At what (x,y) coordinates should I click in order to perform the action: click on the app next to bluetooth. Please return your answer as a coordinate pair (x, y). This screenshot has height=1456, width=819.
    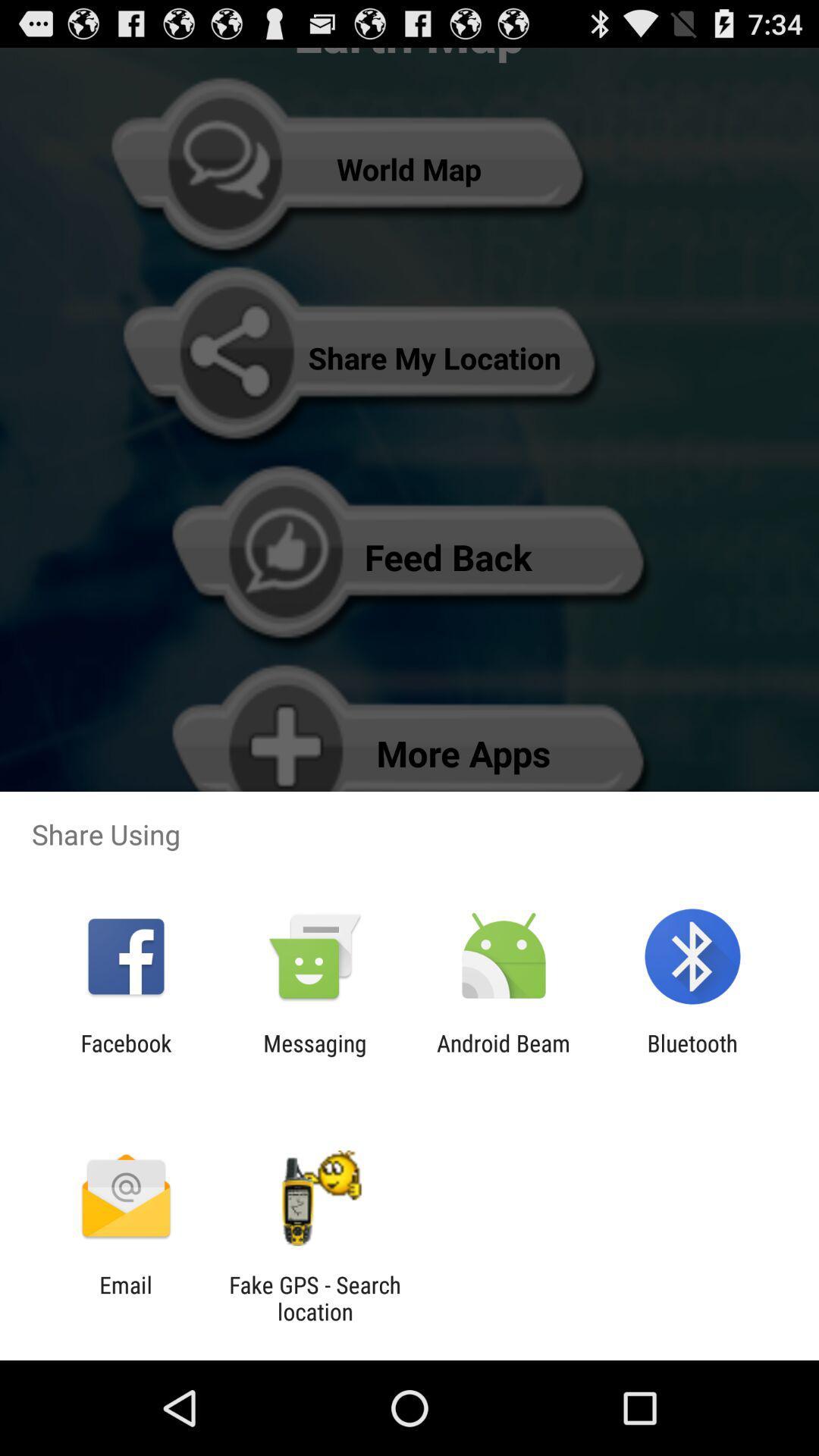
    Looking at the image, I should click on (504, 1056).